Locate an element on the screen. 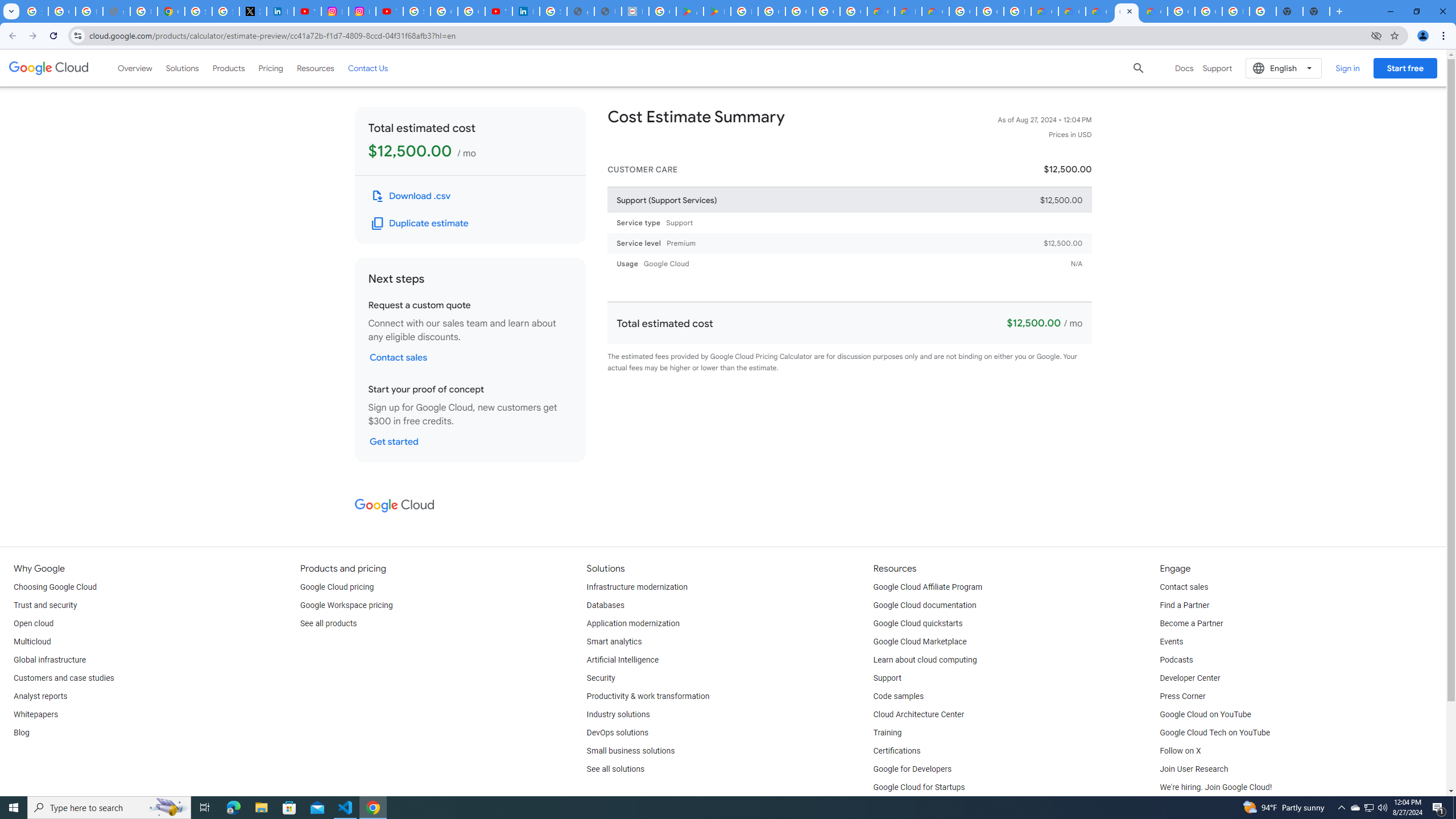  'Press Corner' is located at coordinates (1182, 697).